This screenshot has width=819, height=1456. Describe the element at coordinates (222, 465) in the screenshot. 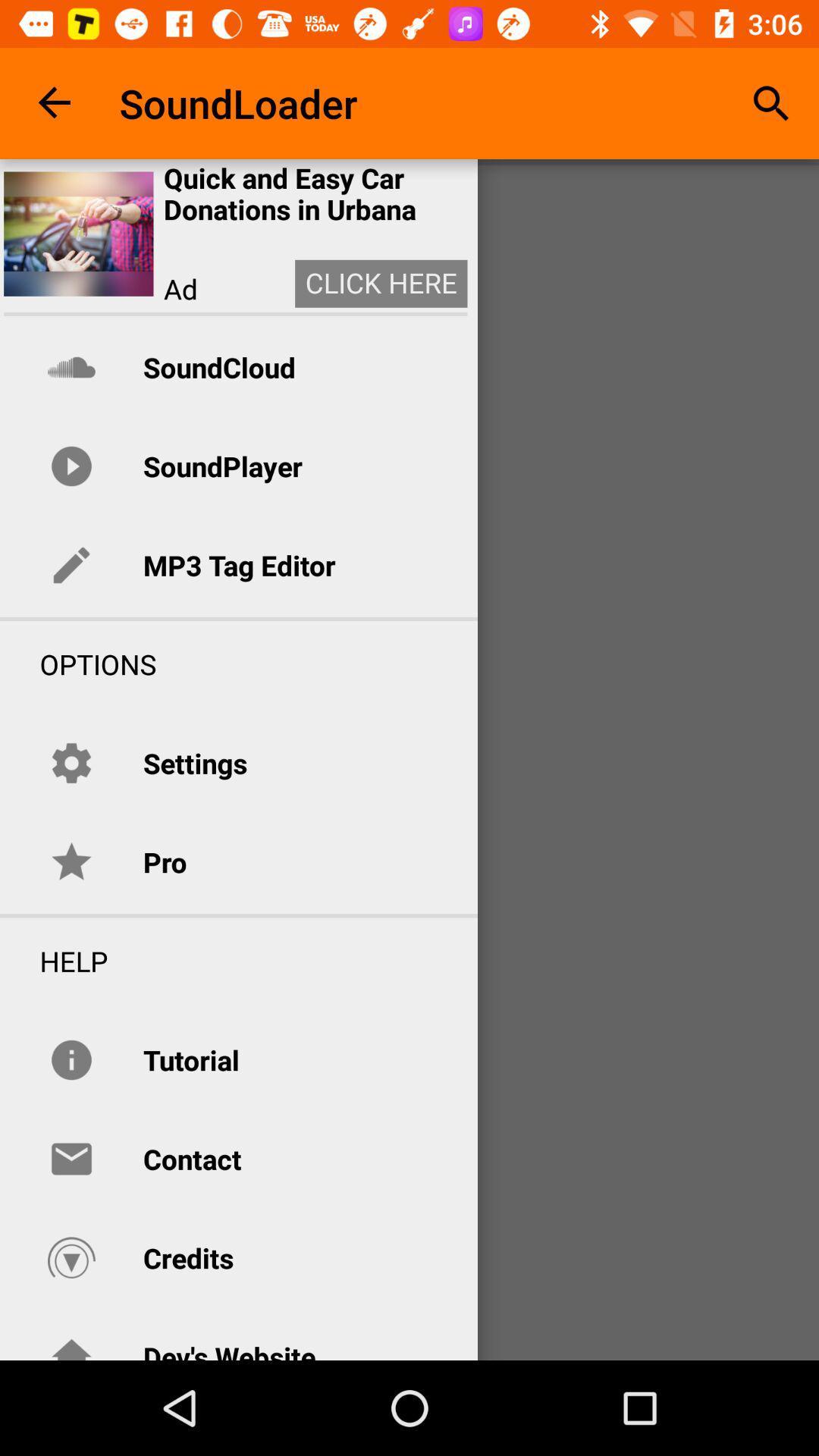

I see `soundplayer item` at that location.